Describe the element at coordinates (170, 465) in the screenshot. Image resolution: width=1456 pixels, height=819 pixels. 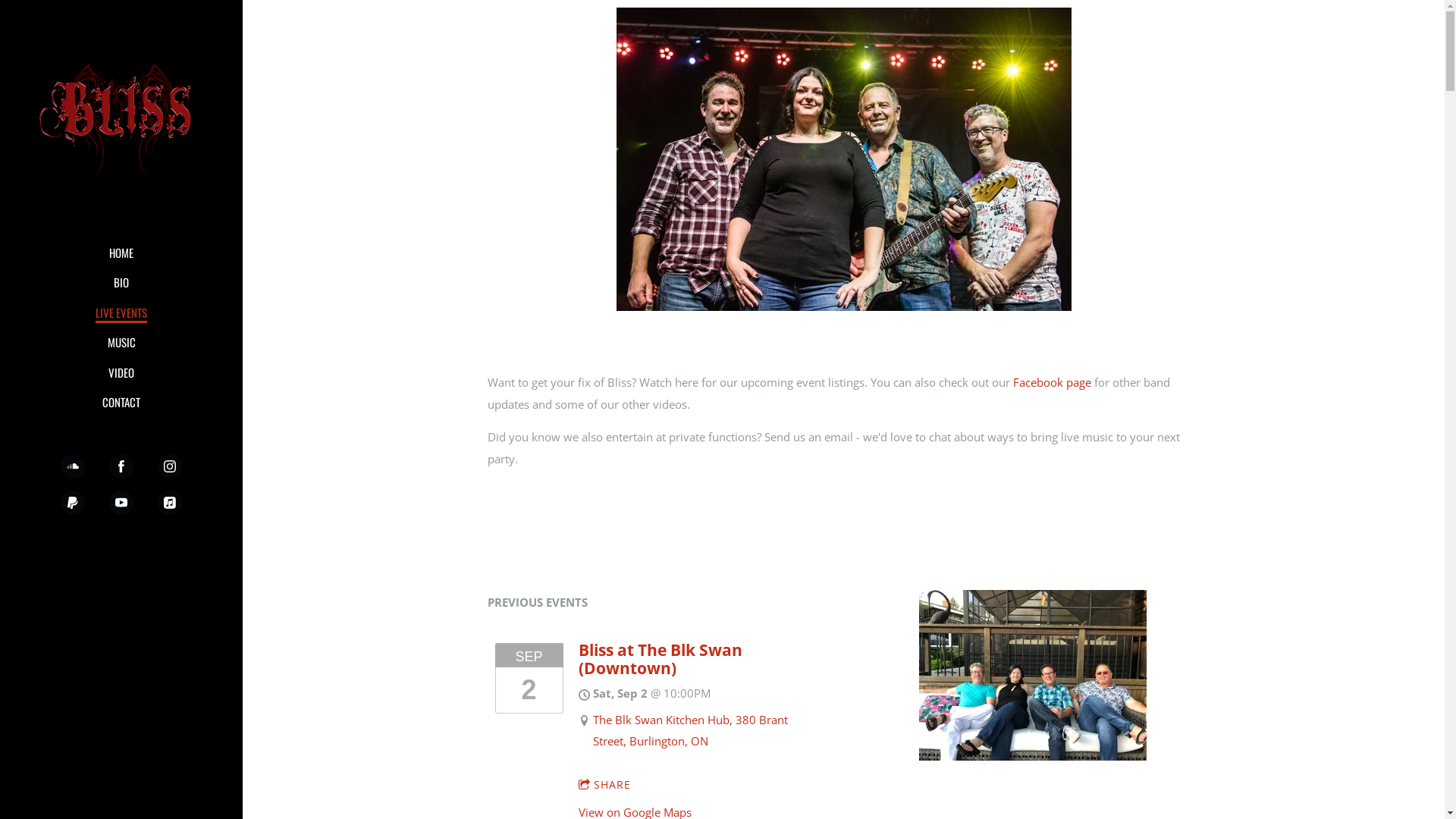
I see `'https://instagram.com/blisslivemusic'` at that location.